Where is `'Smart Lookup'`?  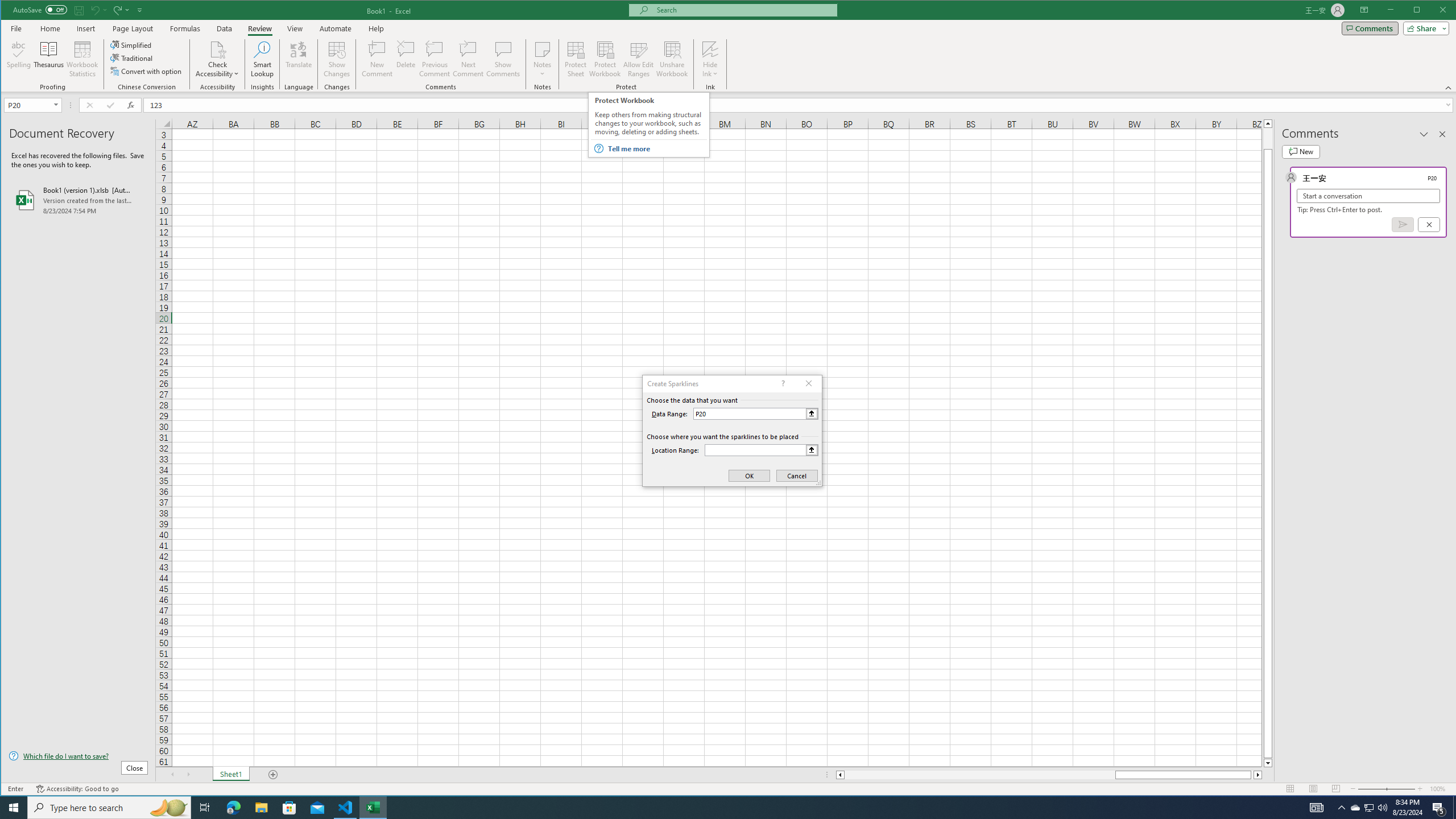
'Smart Lookup' is located at coordinates (262, 59).